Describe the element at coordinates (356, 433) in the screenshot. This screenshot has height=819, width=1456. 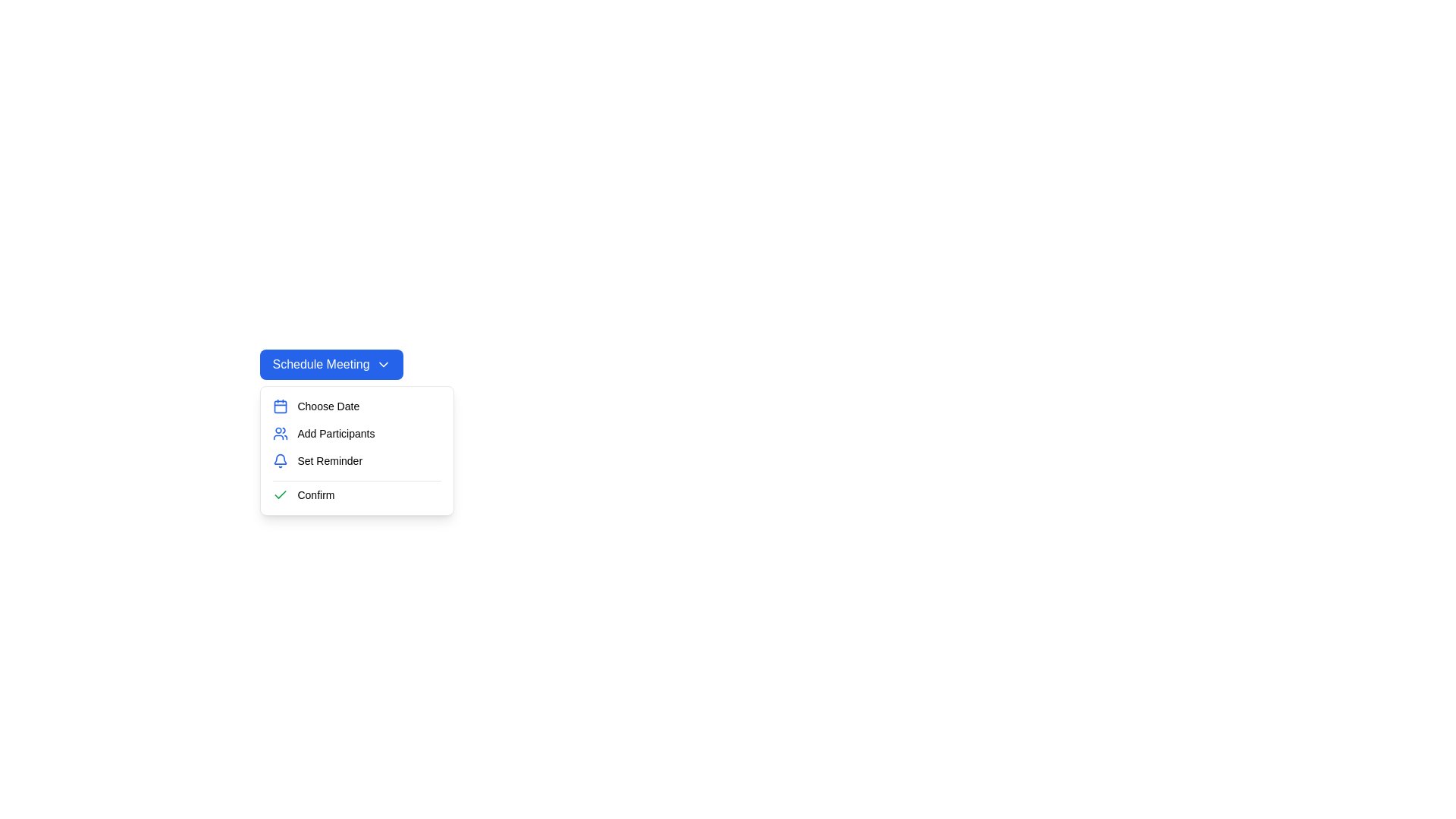
I see `the 'Add Participants' menu item, which features a blue icon of users and is located` at that location.